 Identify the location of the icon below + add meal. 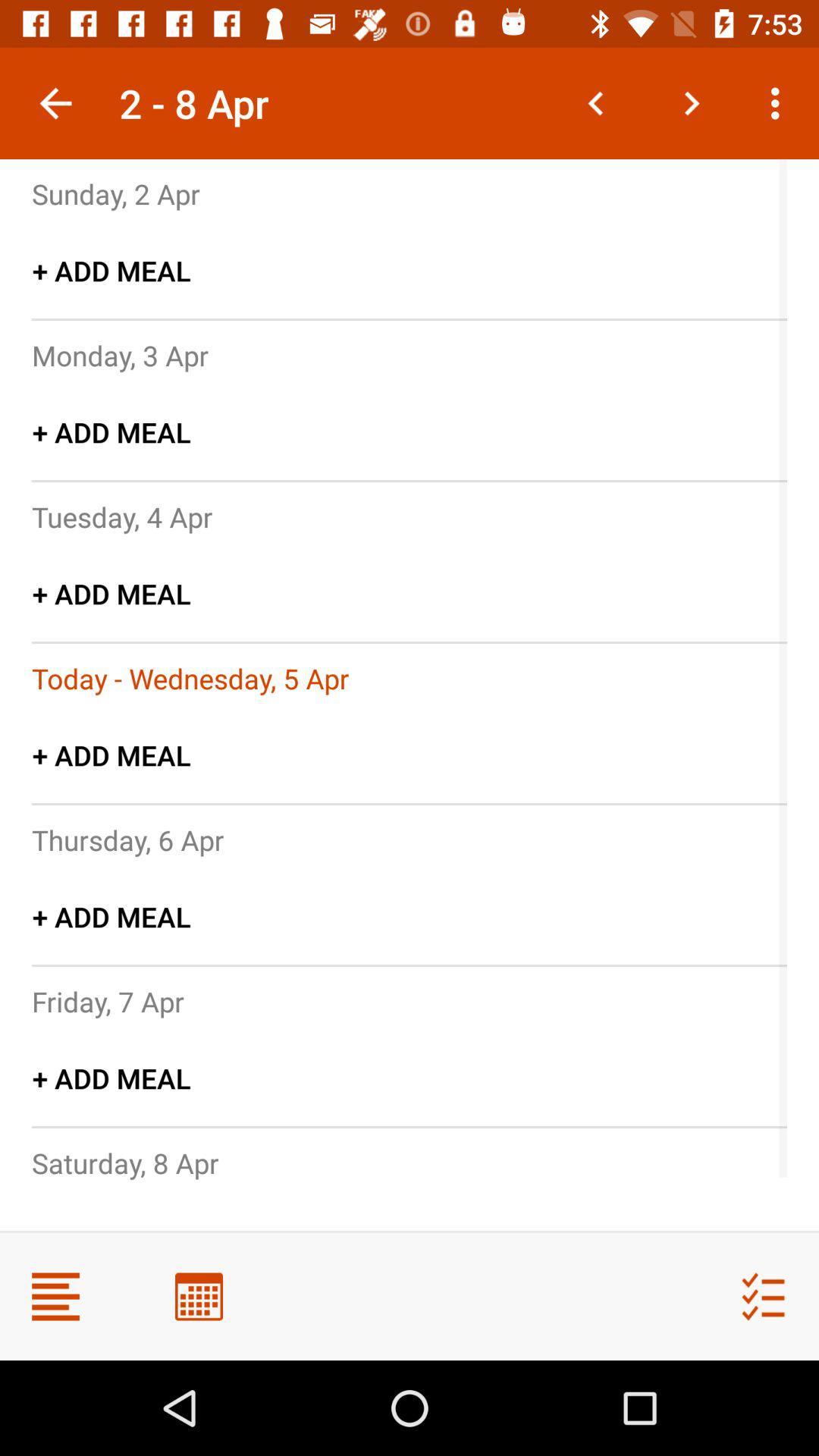
(119, 354).